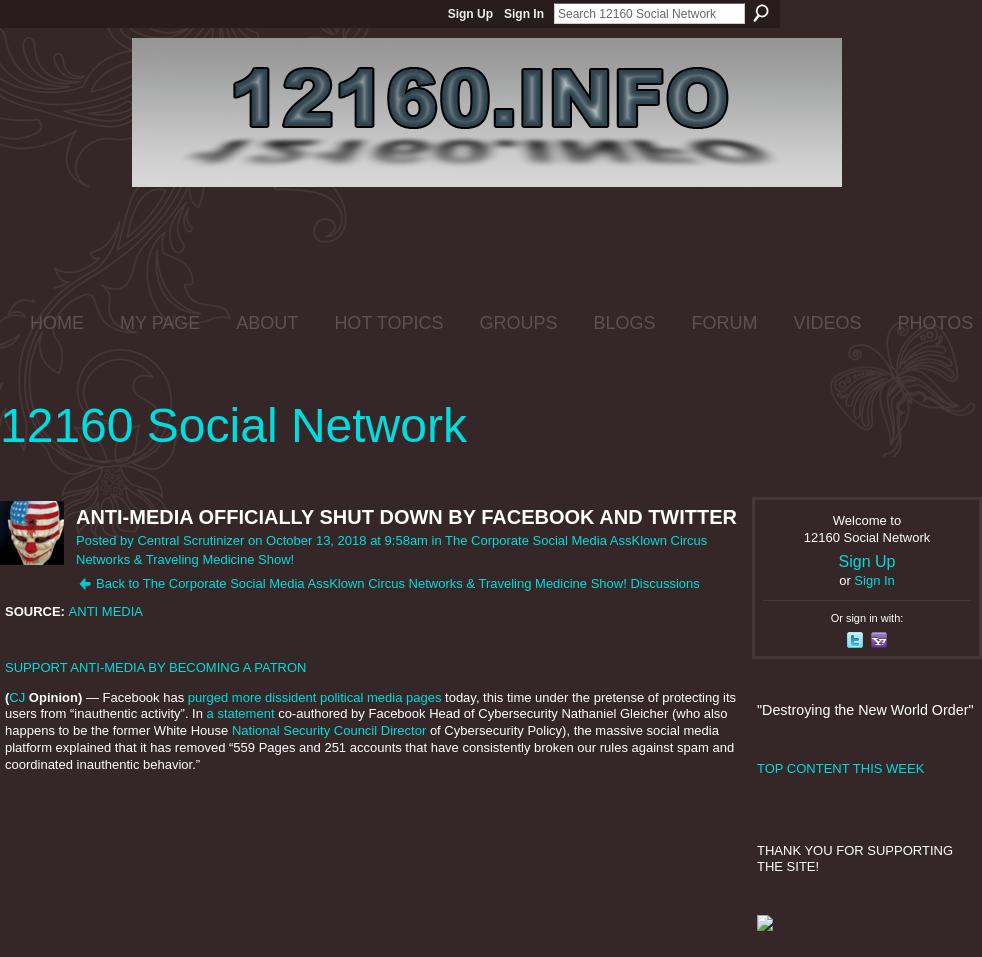 This screenshot has height=957, width=982. What do you see at coordinates (4, 747) in the screenshot?
I see `'of Cybersecurity Policy), the massive social media platform explained that it has removed “559 Pages and 251 accounts that have consistently broken our rules against spam and coordinated inauthentic behavior.”'` at bounding box center [4, 747].